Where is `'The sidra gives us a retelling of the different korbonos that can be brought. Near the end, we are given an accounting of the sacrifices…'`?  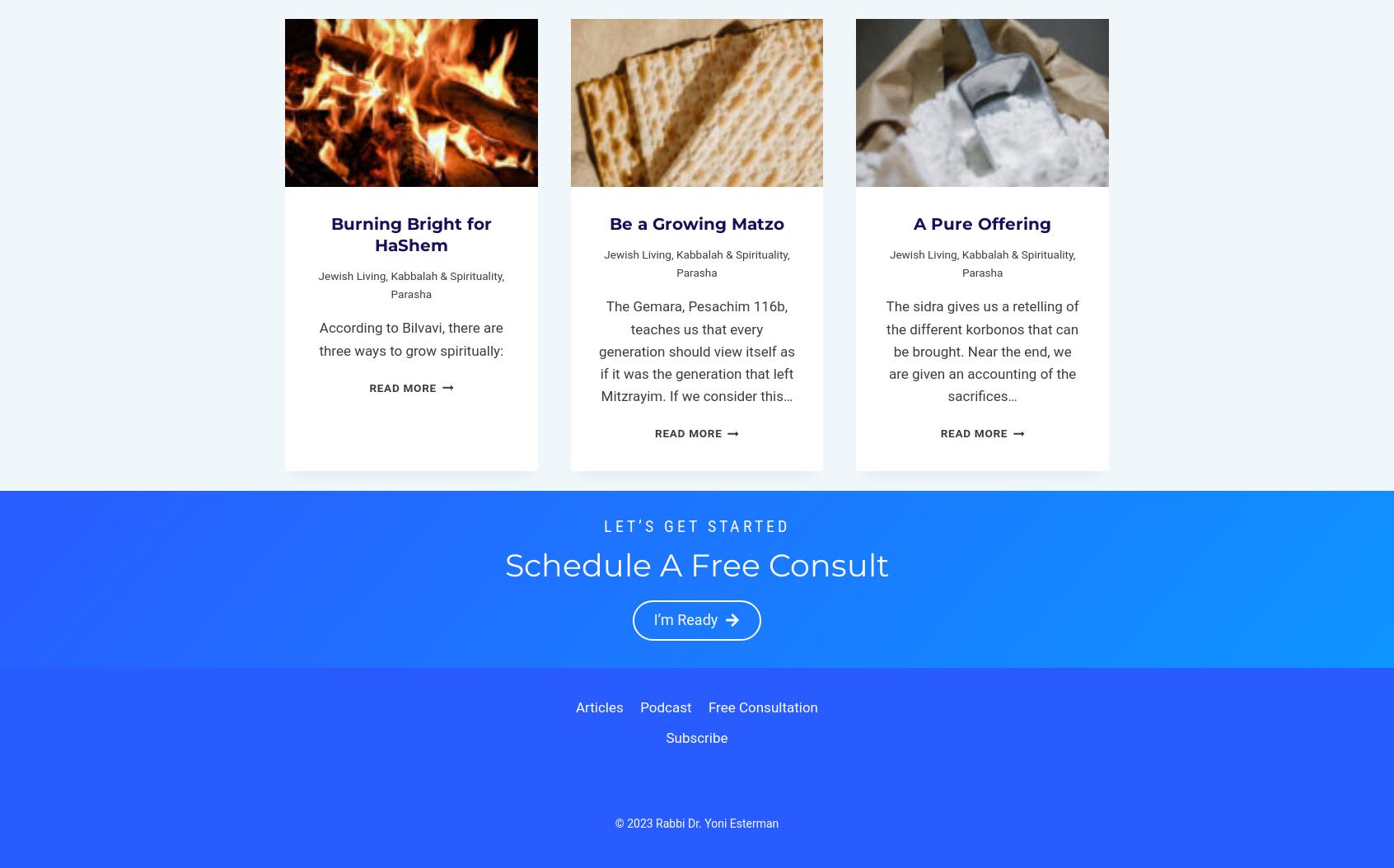
'The sidra gives us a retelling of the different korbonos that can be brought. Near the end, we are given an accounting of the sacrifices…' is located at coordinates (981, 351).